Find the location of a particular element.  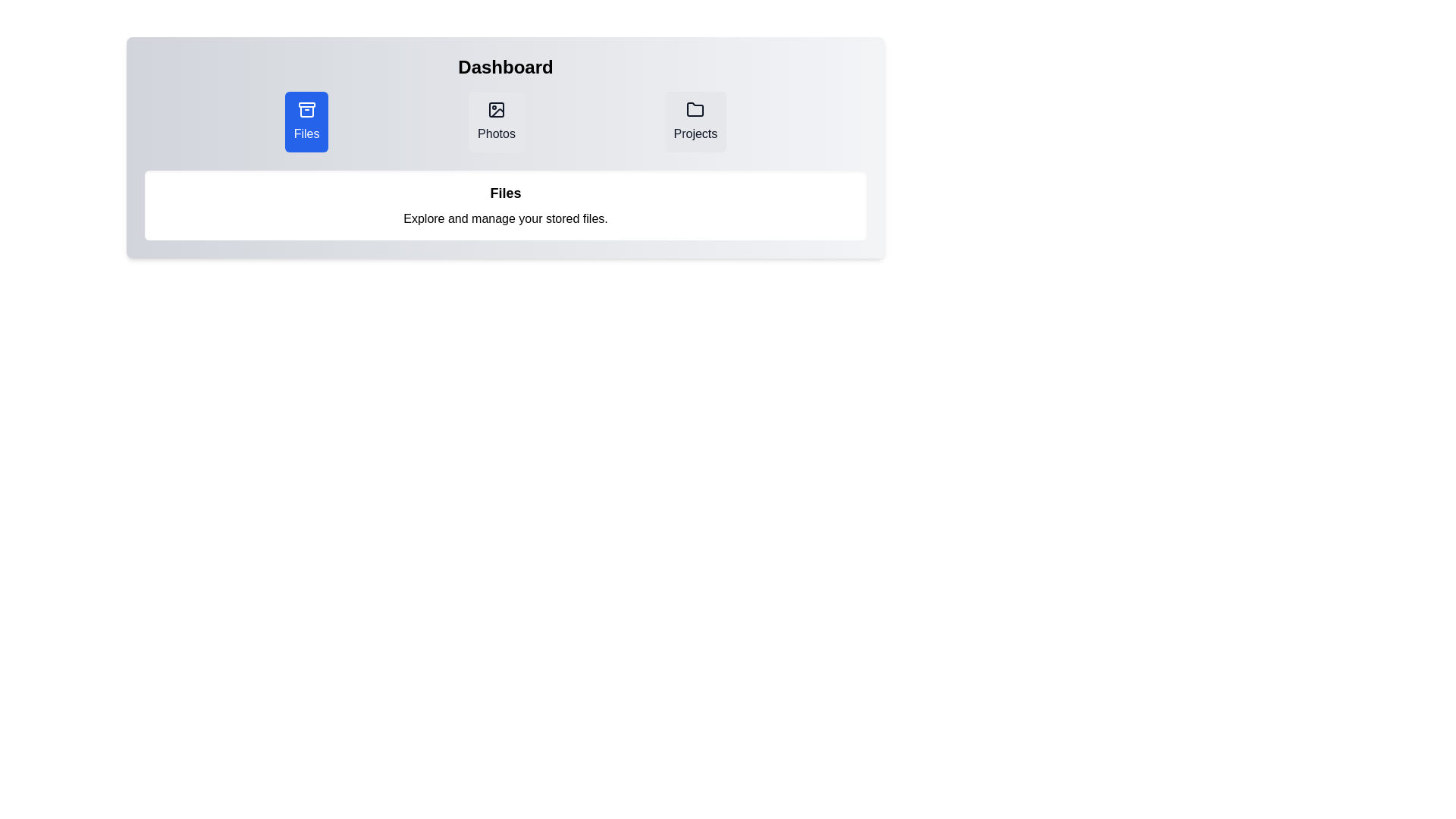

the tab labeled Projects to view its content is located at coordinates (695, 121).